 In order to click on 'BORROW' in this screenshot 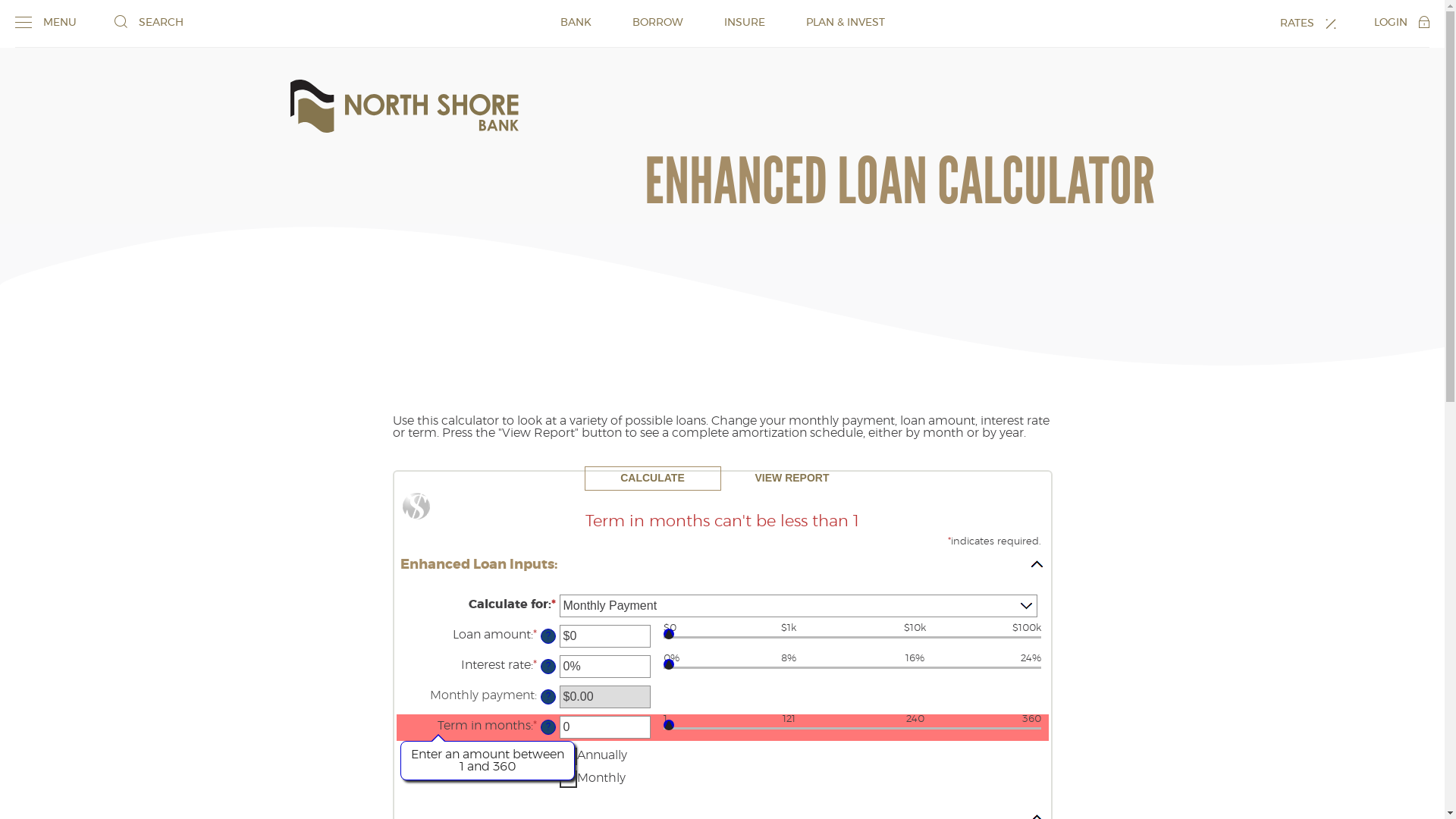, I will do `click(657, 23)`.